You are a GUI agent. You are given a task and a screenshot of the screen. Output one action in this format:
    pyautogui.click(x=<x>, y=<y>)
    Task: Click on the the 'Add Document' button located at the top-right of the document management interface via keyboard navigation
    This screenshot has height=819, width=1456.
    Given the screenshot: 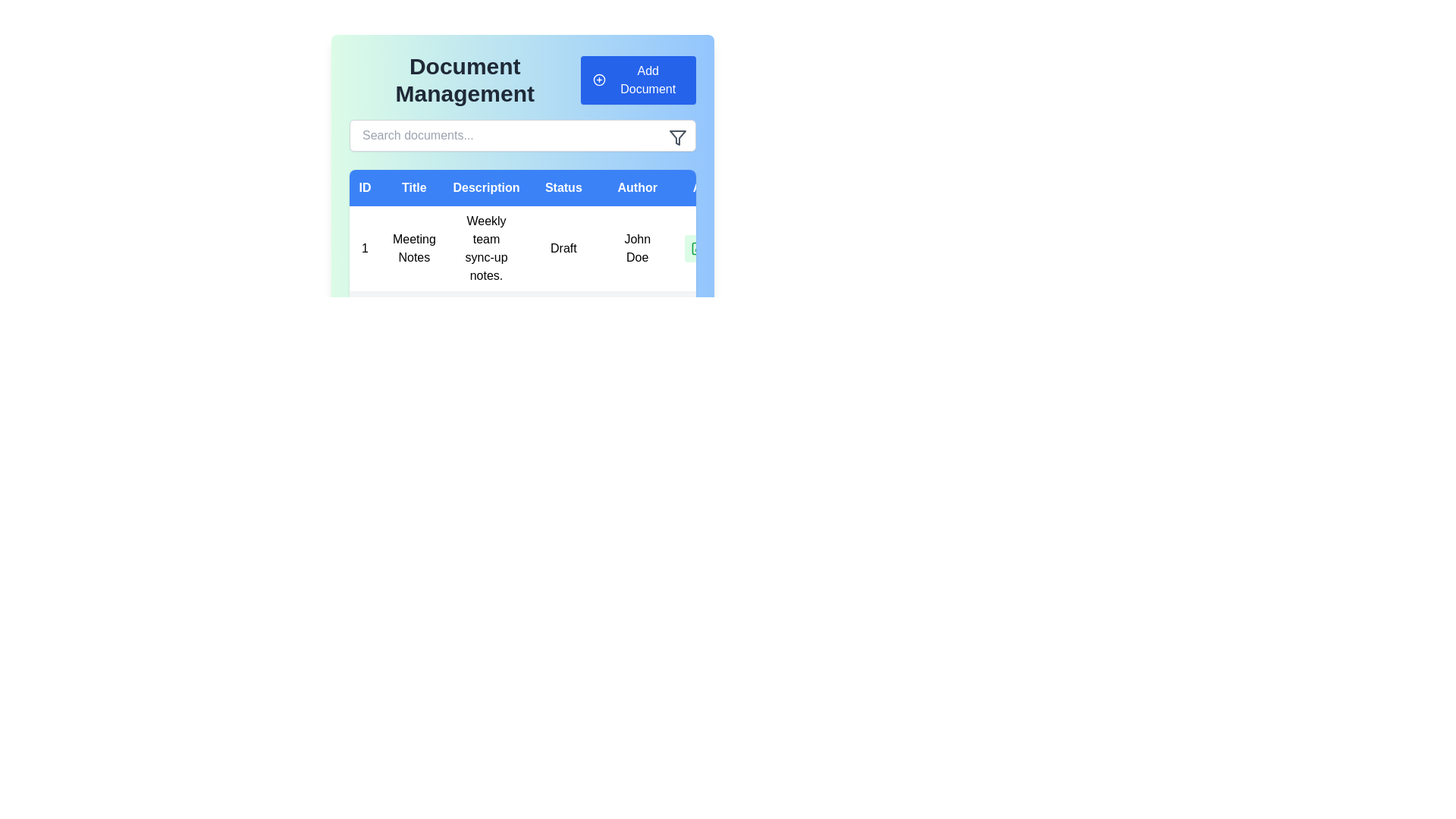 What is the action you would take?
    pyautogui.click(x=638, y=80)
    